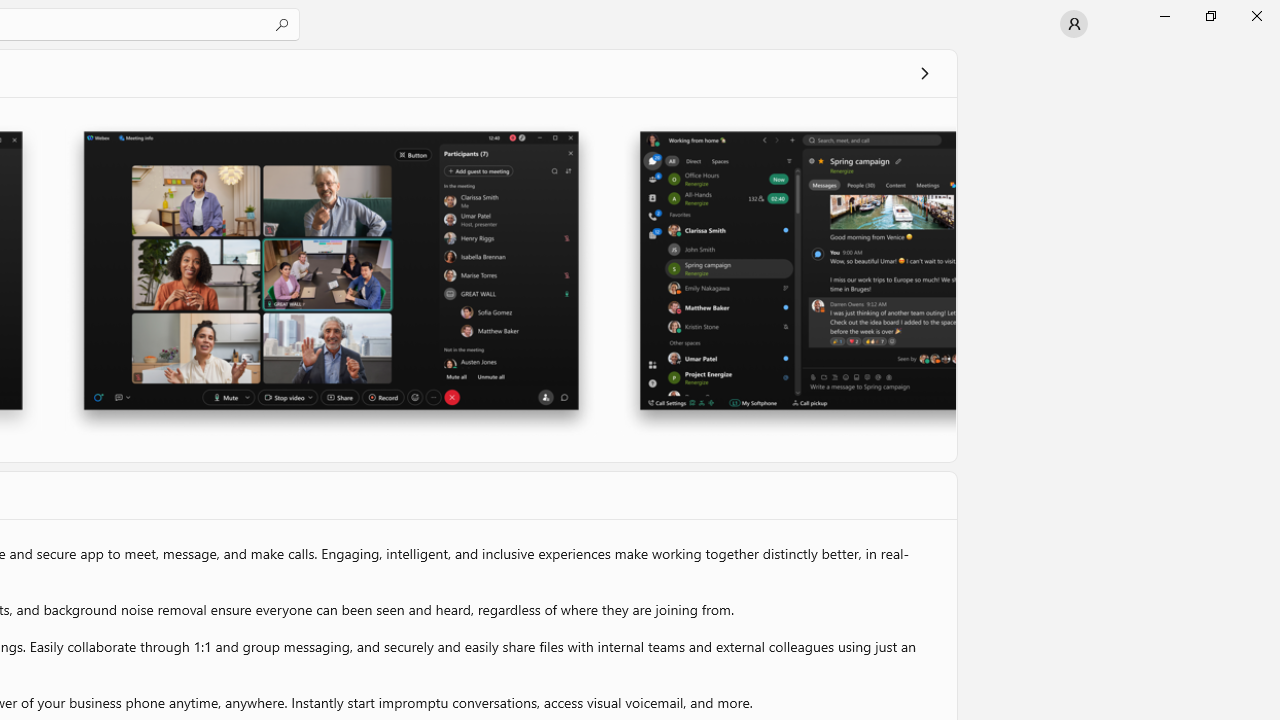 The width and height of the screenshot is (1280, 720). What do you see at coordinates (1164, 15) in the screenshot?
I see `'Minimize Microsoft Store'` at bounding box center [1164, 15].